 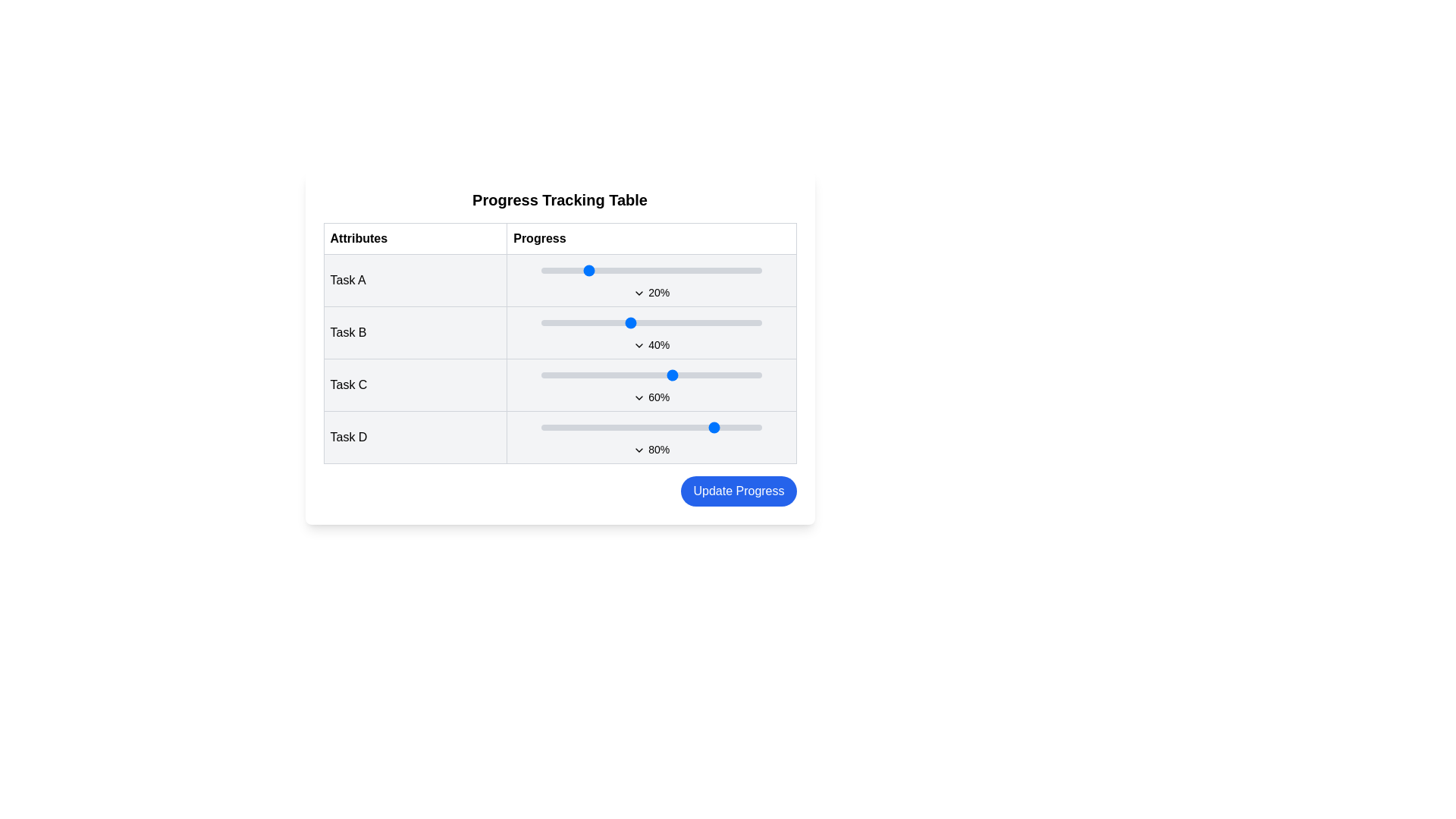 I want to click on the progress of Task A, so click(x=597, y=270).